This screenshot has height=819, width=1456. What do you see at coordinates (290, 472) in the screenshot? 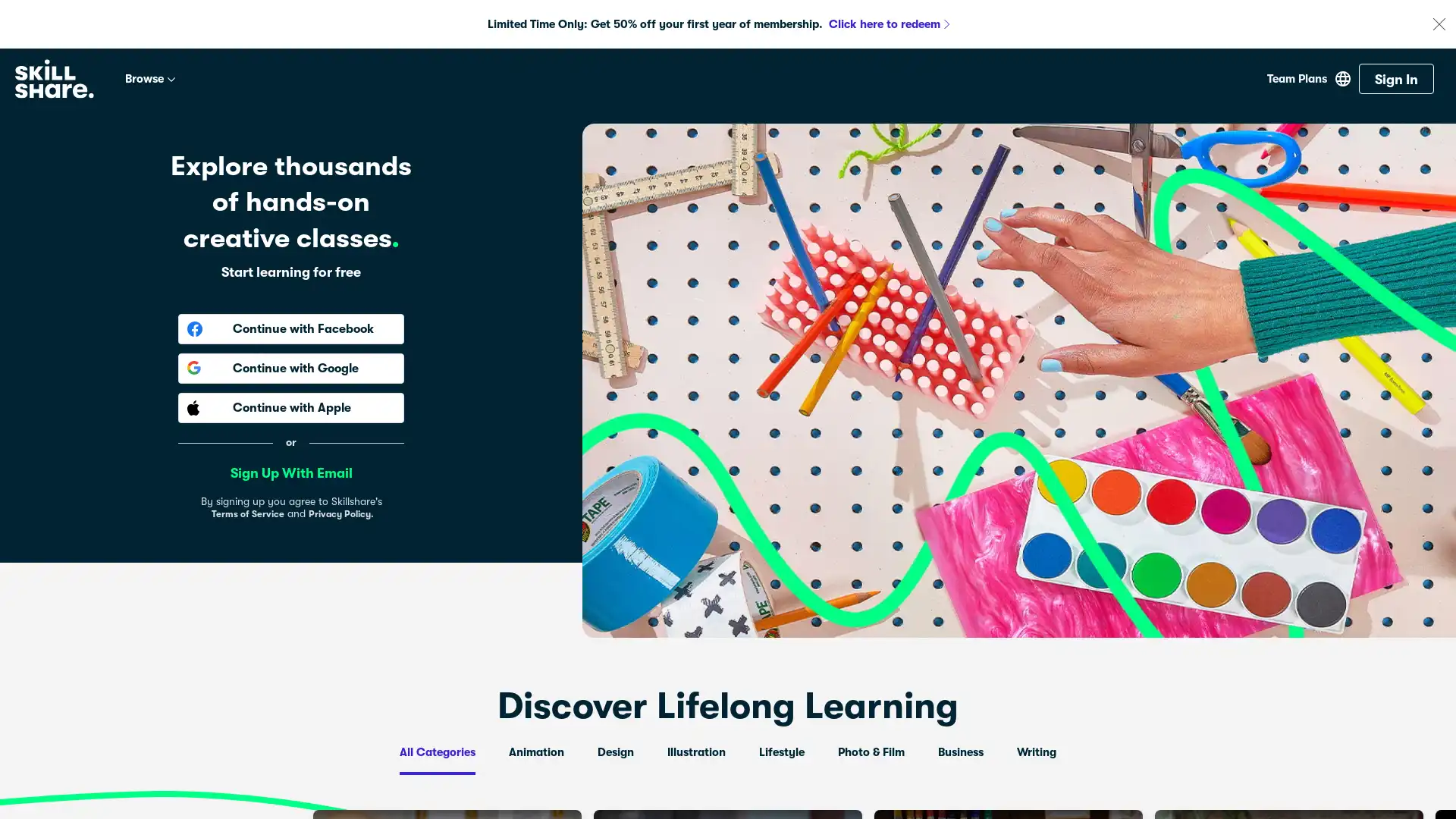
I see `Sign Up With Email` at bounding box center [290, 472].